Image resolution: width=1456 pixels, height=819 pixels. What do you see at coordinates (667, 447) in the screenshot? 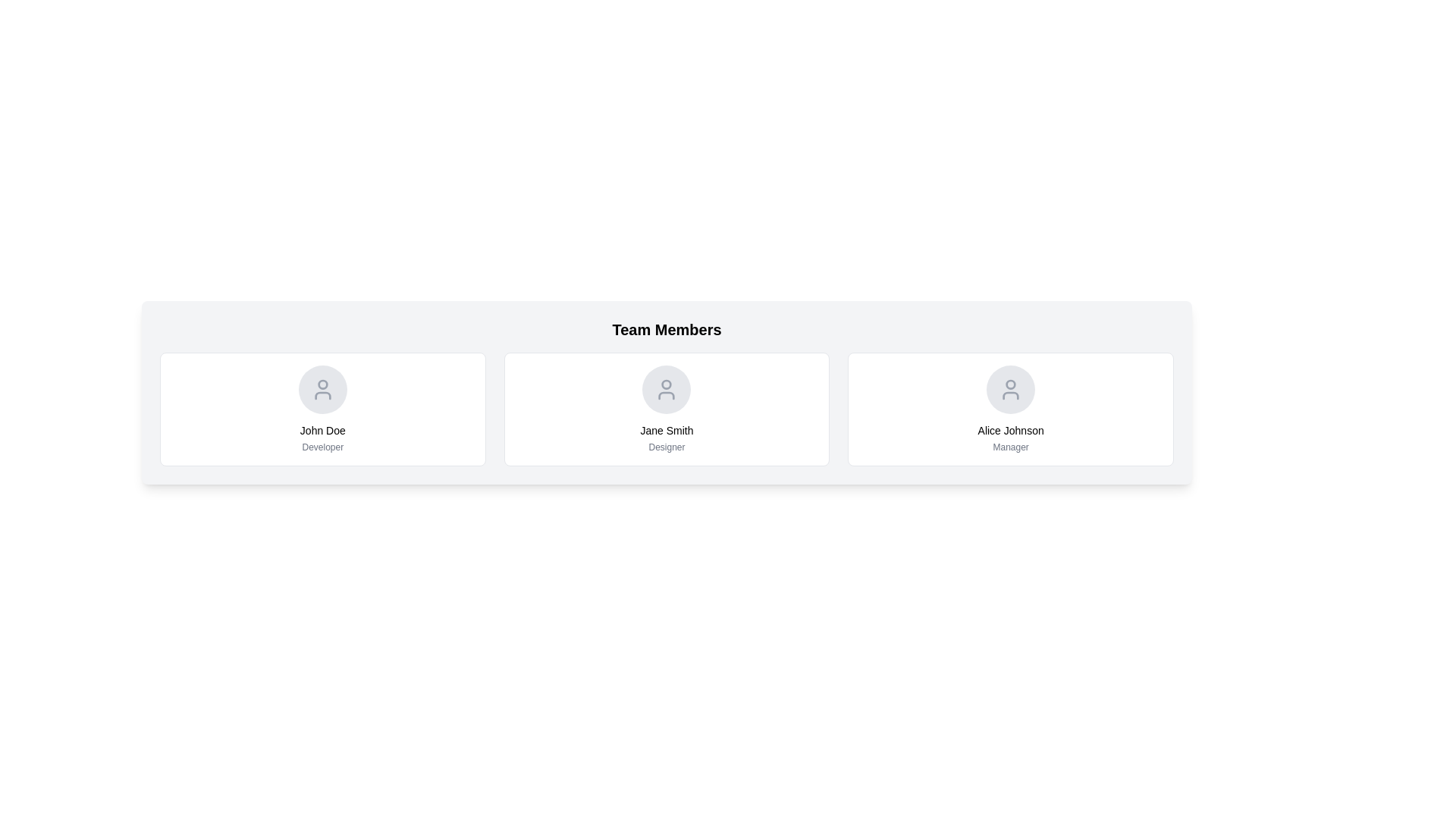
I see `the text label indicating the role or position of 'Jane Smith' within the team, located in the bottom of the middle column card` at bounding box center [667, 447].